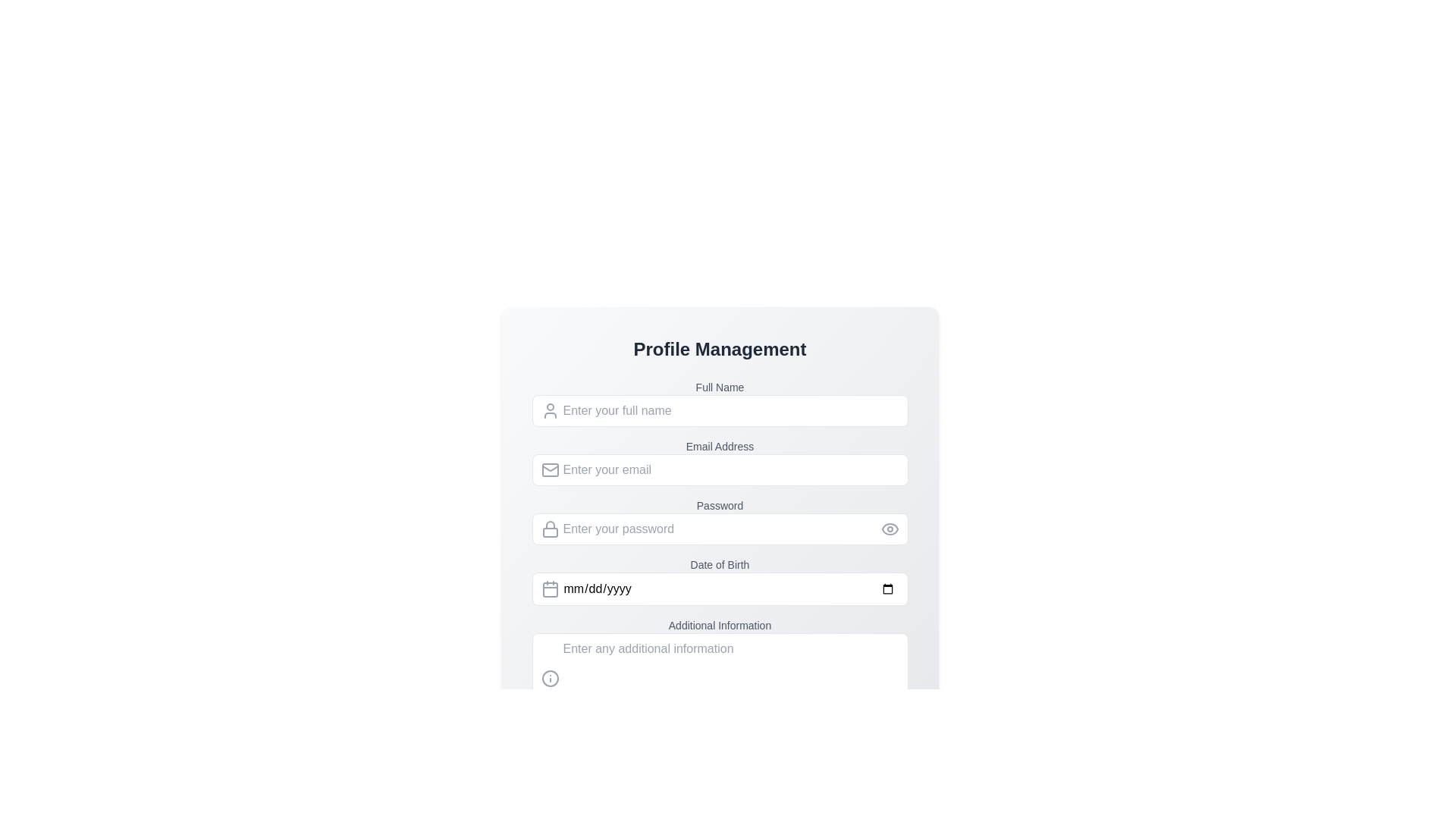 The width and height of the screenshot is (1456, 819). I want to click on the 'Password' text label, which is a medium-sized gray font element located above the password input field, so click(719, 506).